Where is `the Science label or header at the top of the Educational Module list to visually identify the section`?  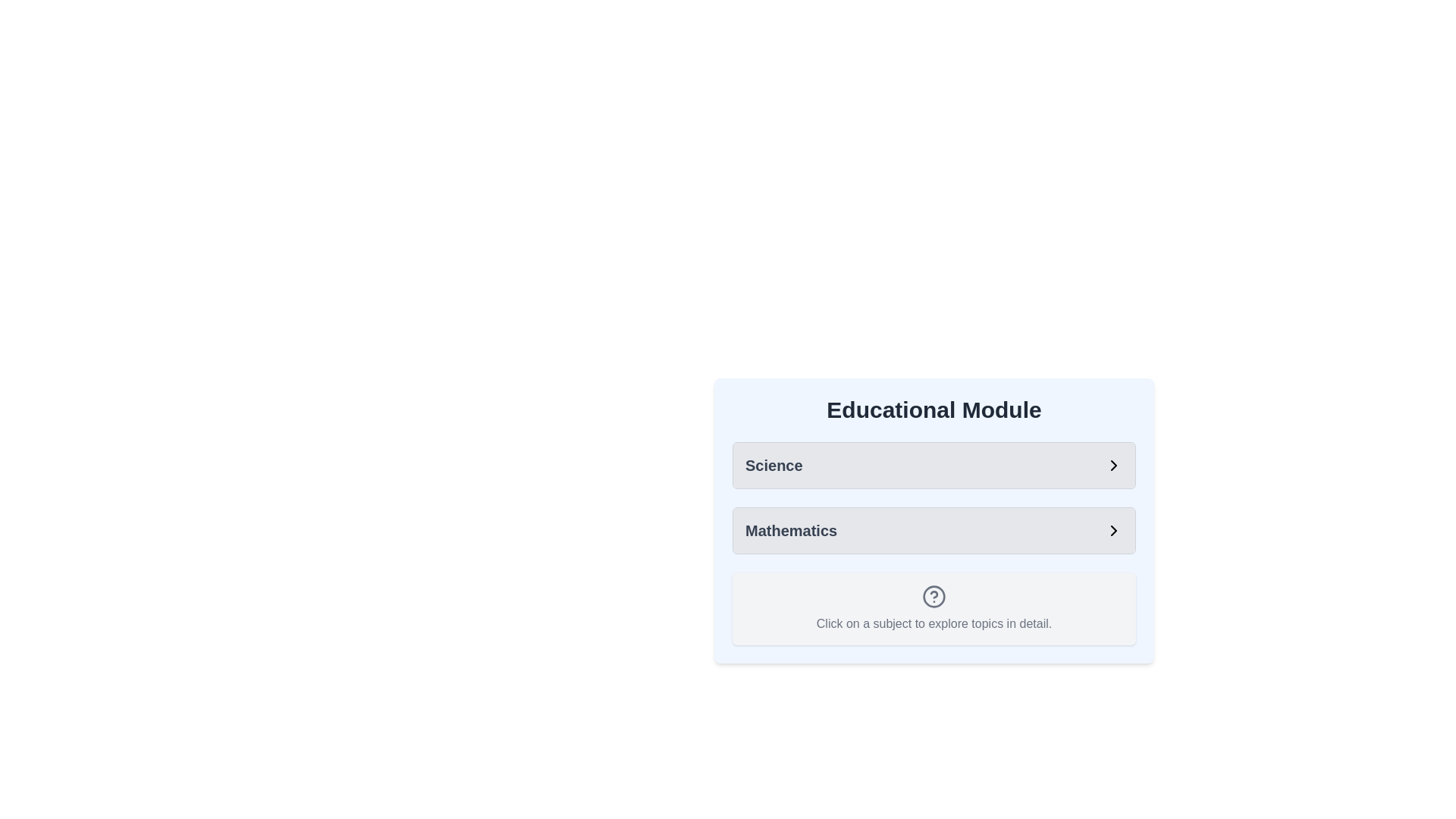 the Science label or header at the top of the Educational Module list to visually identify the section is located at coordinates (773, 464).